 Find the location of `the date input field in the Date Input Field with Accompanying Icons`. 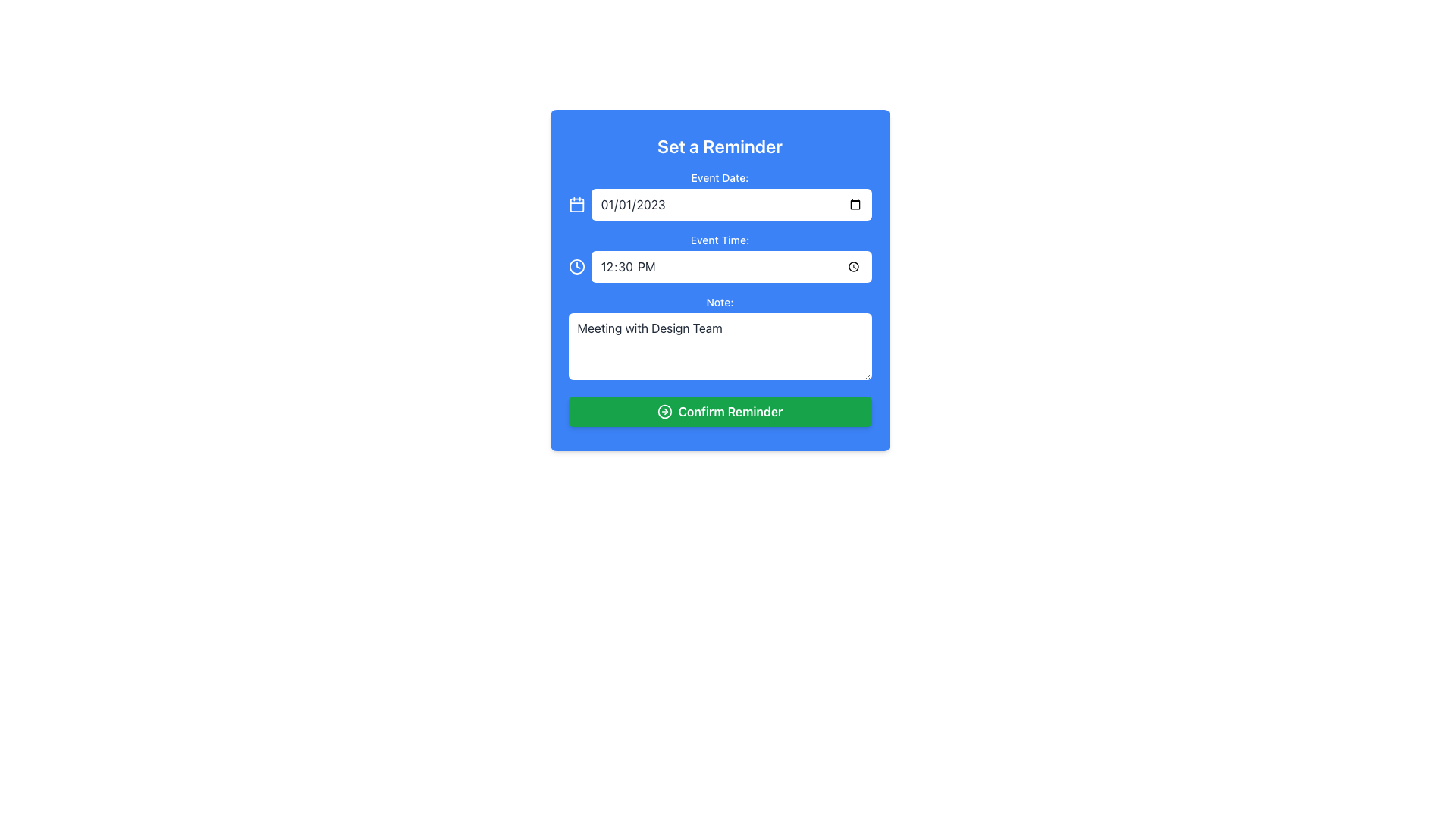

the date input field in the Date Input Field with Accompanying Icons is located at coordinates (719, 205).